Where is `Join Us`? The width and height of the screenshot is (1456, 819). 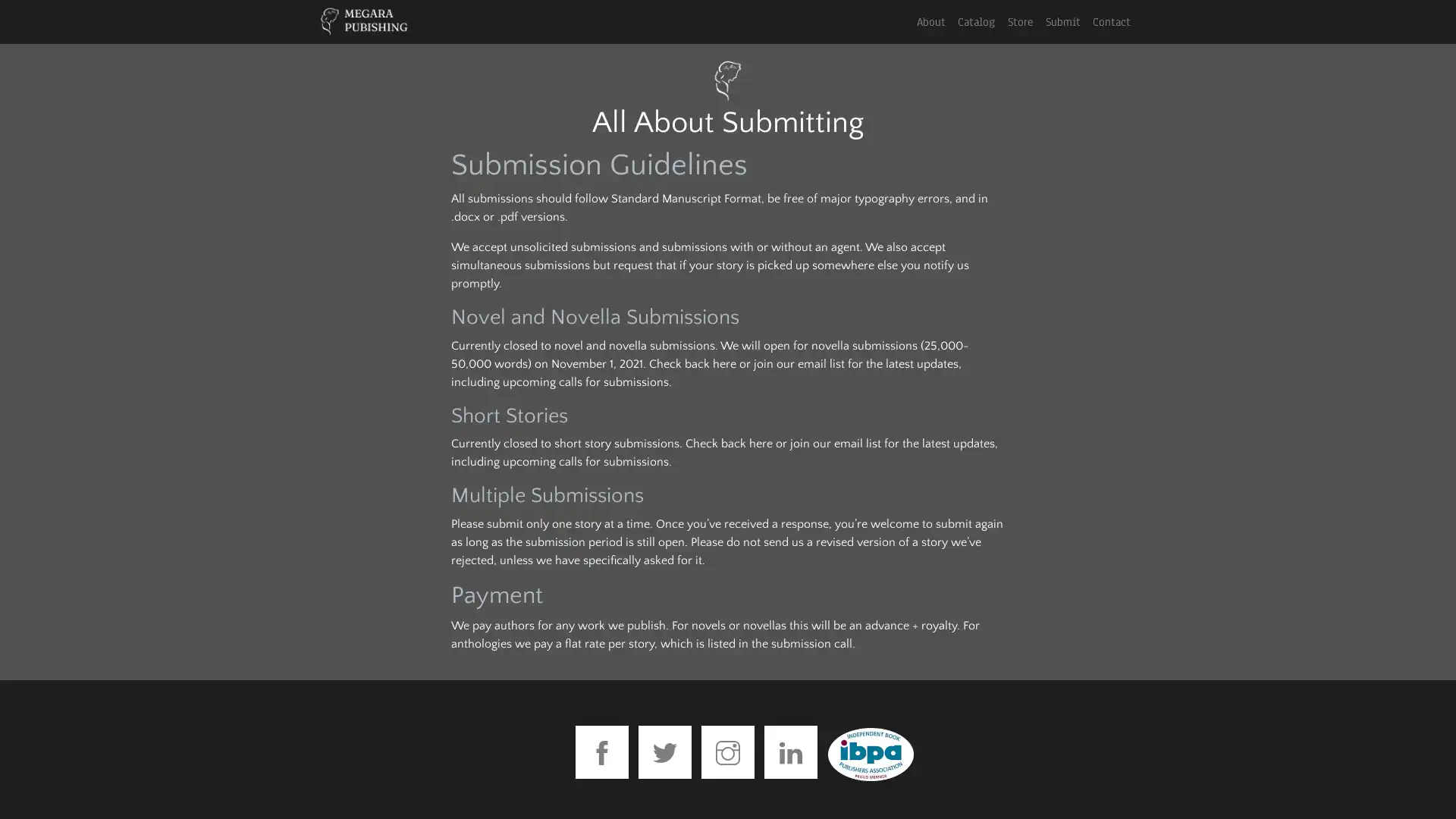
Join Us is located at coordinates (726, 224).